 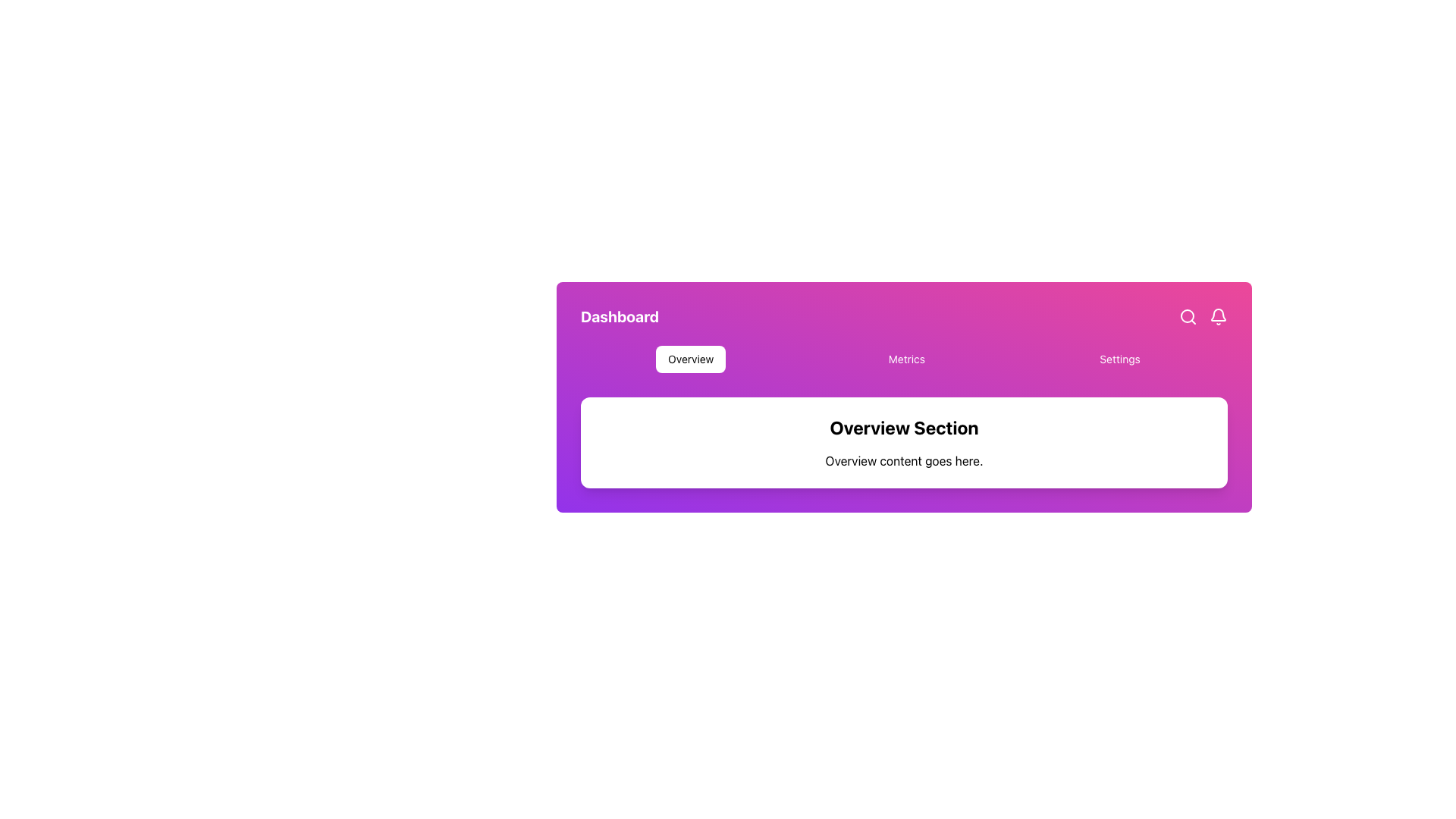 I want to click on the navigation button that directs to the 'Overview' page, positioned as the leftmost button in a group of three buttons below the 'Dashboard' label, so click(x=690, y=359).